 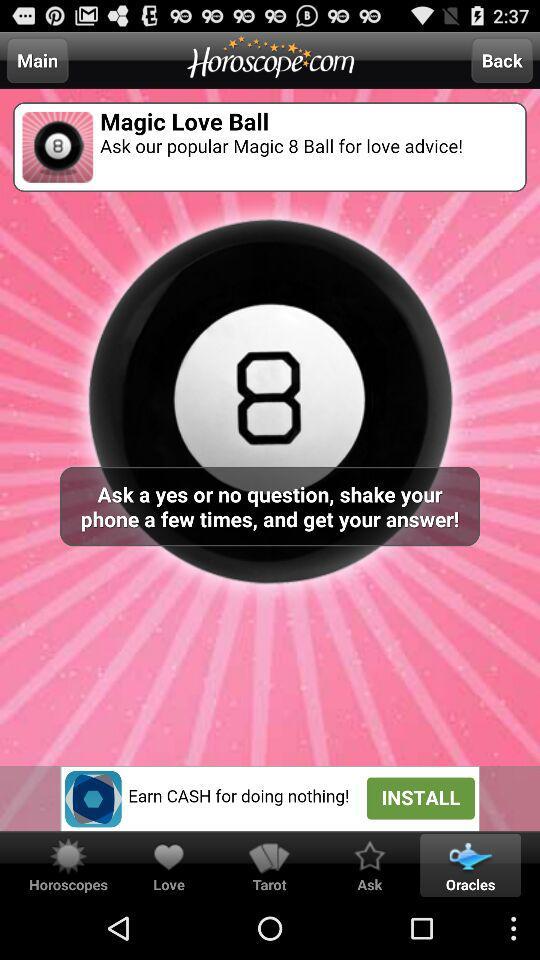 What do you see at coordinates (270, 798) in the screenshot?
I see `hit install` at bounding box center [270, 798].